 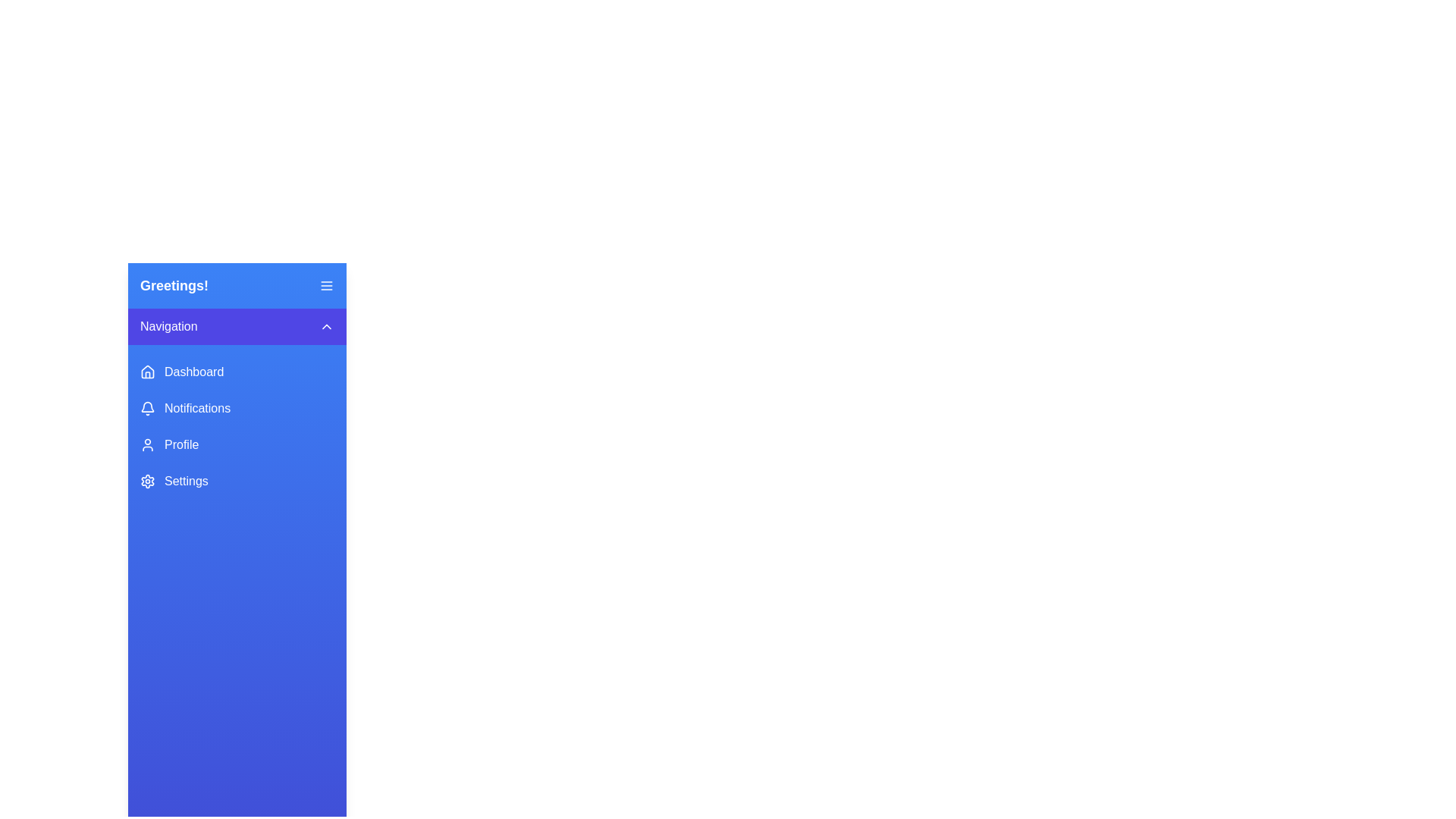 I want to click on the notifications button located in the vertical list of menu options for keyboard navigation, so click(x=236, y=408).